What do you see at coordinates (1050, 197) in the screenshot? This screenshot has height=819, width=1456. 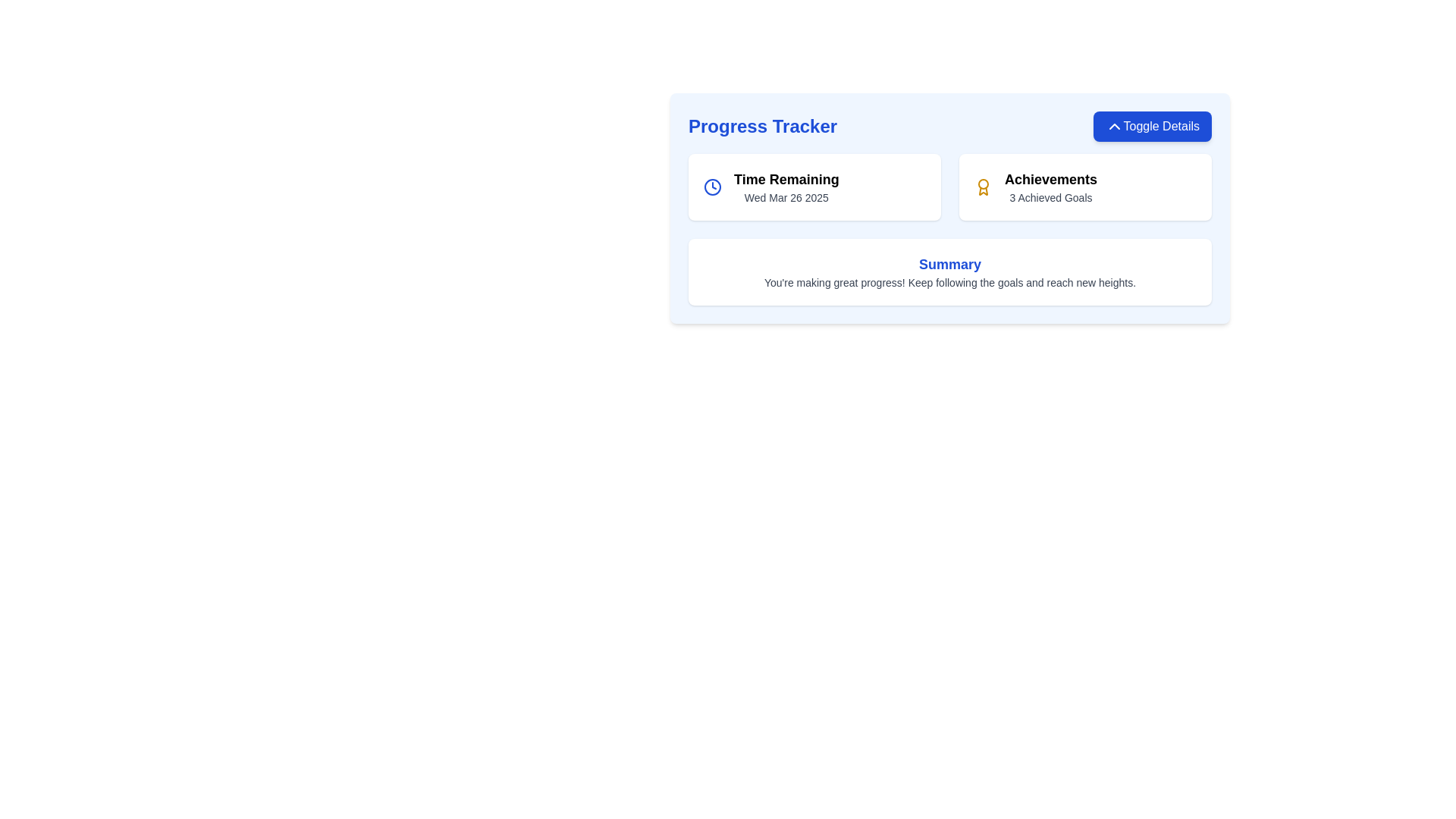 I see `the non-interactive label displaying a summary of completed goals, located directly below the 'Achievements' title in the card section on the top-right of the interface` at bounding box center [1050, 197].